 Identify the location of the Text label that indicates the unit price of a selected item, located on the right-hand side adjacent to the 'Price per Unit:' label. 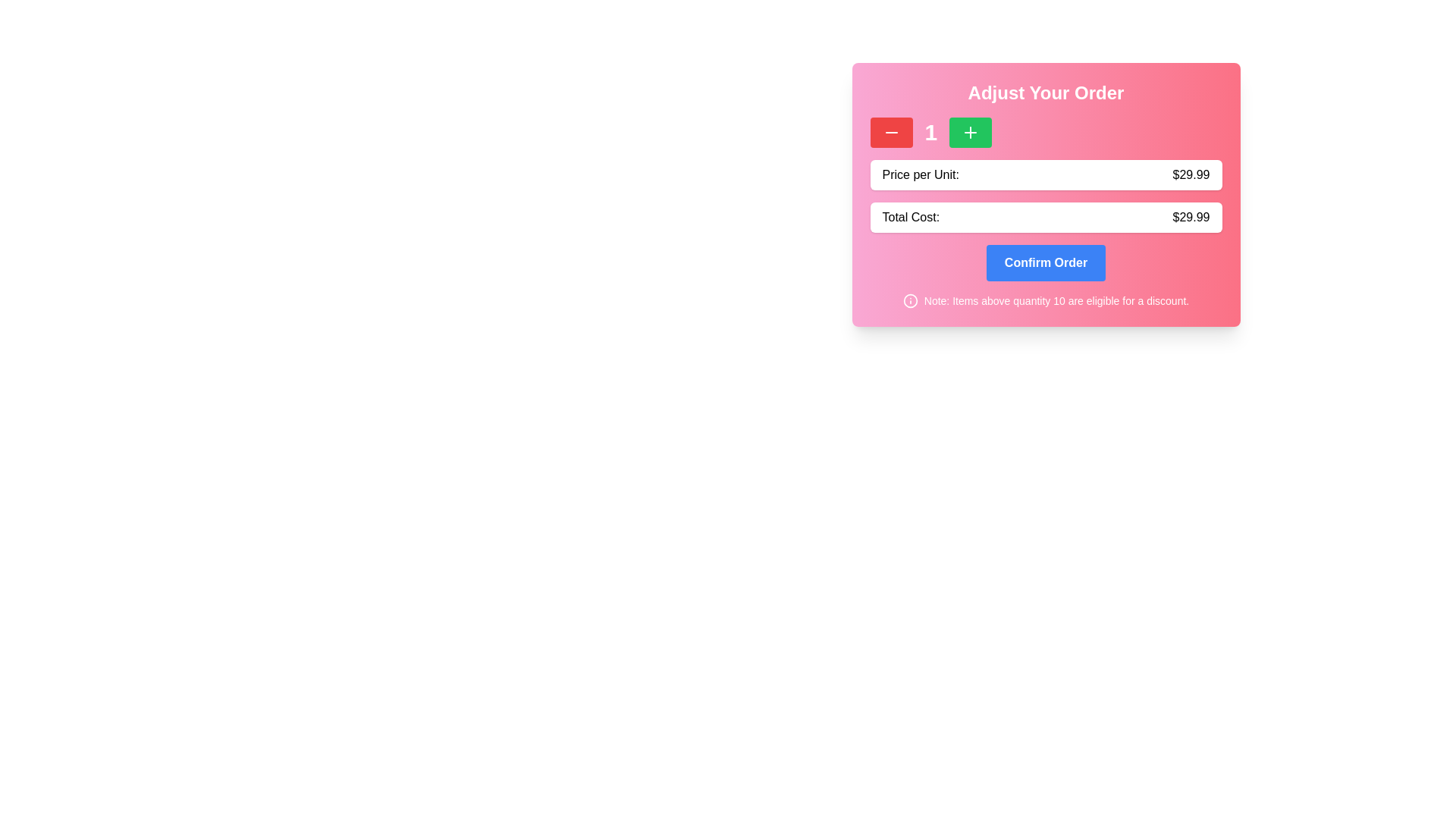
(1190, 174).